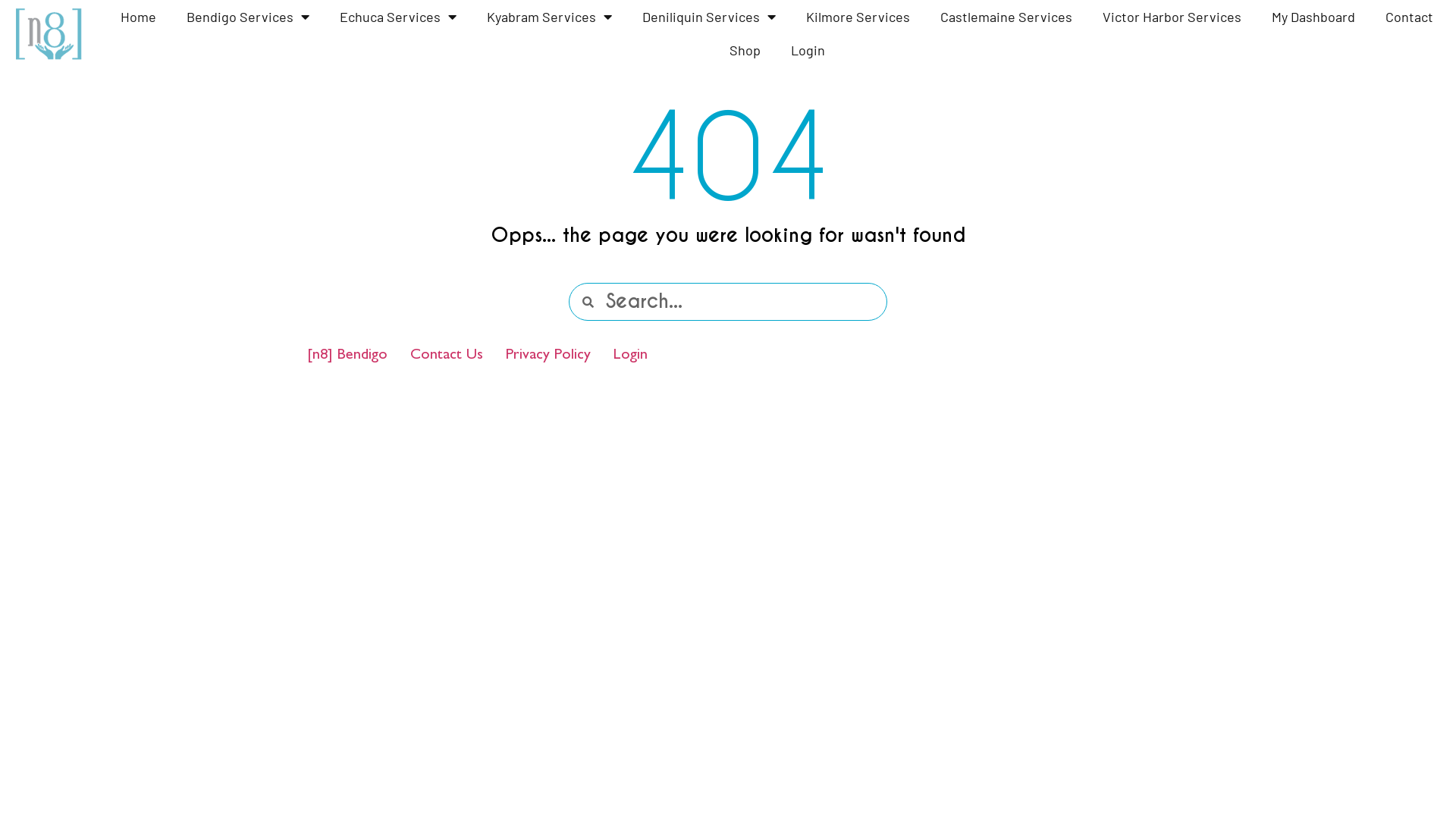 This screenshot has height=819, width=1456. What do you see at coordinates (1006, 17) in the screenshot?
I see `'Castlemaine Services'` at bounding box center [1006, 17].